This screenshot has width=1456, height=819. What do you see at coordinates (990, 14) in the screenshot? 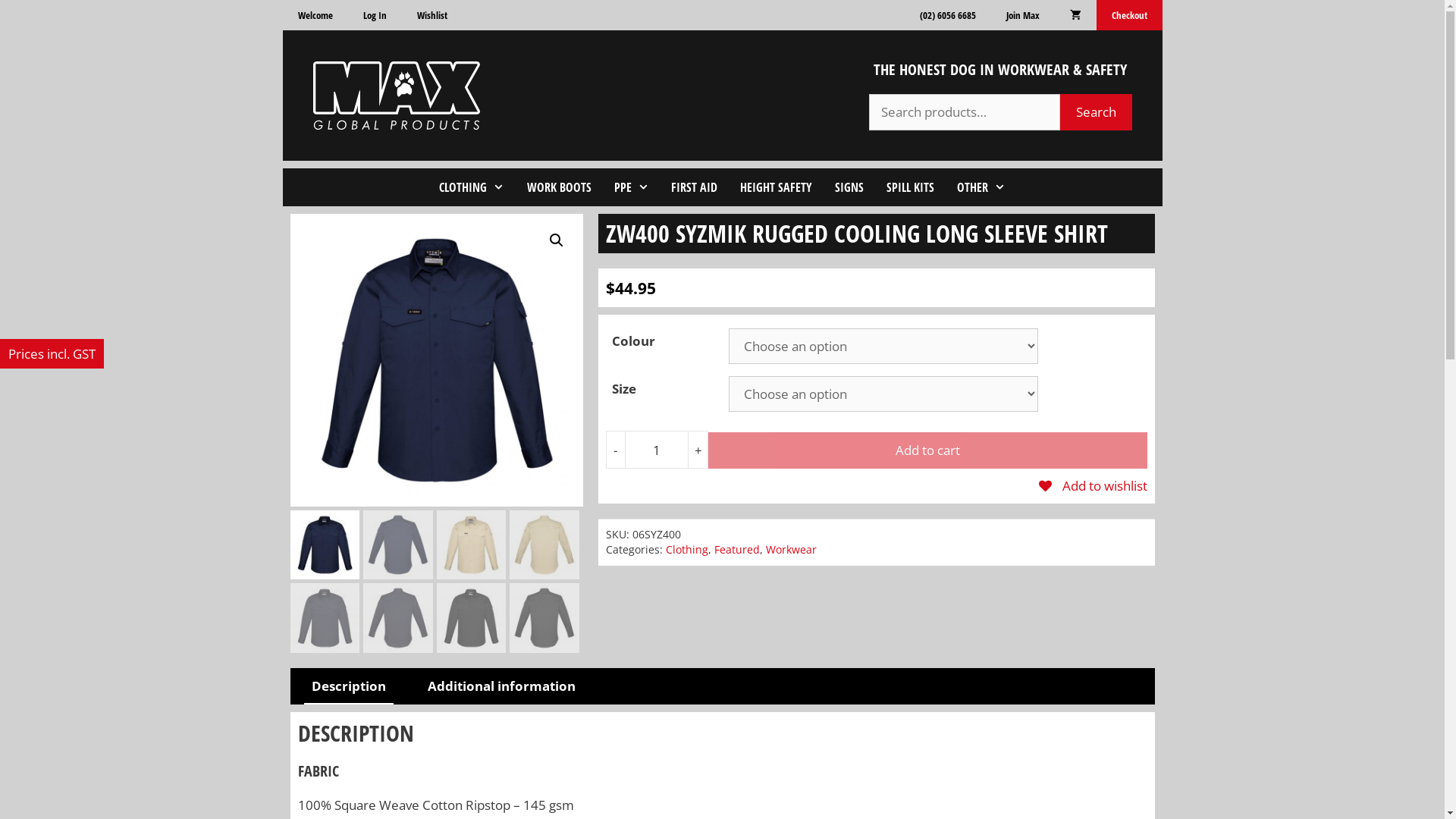
I see `'Join Max'` at bounding box center [990, 14].